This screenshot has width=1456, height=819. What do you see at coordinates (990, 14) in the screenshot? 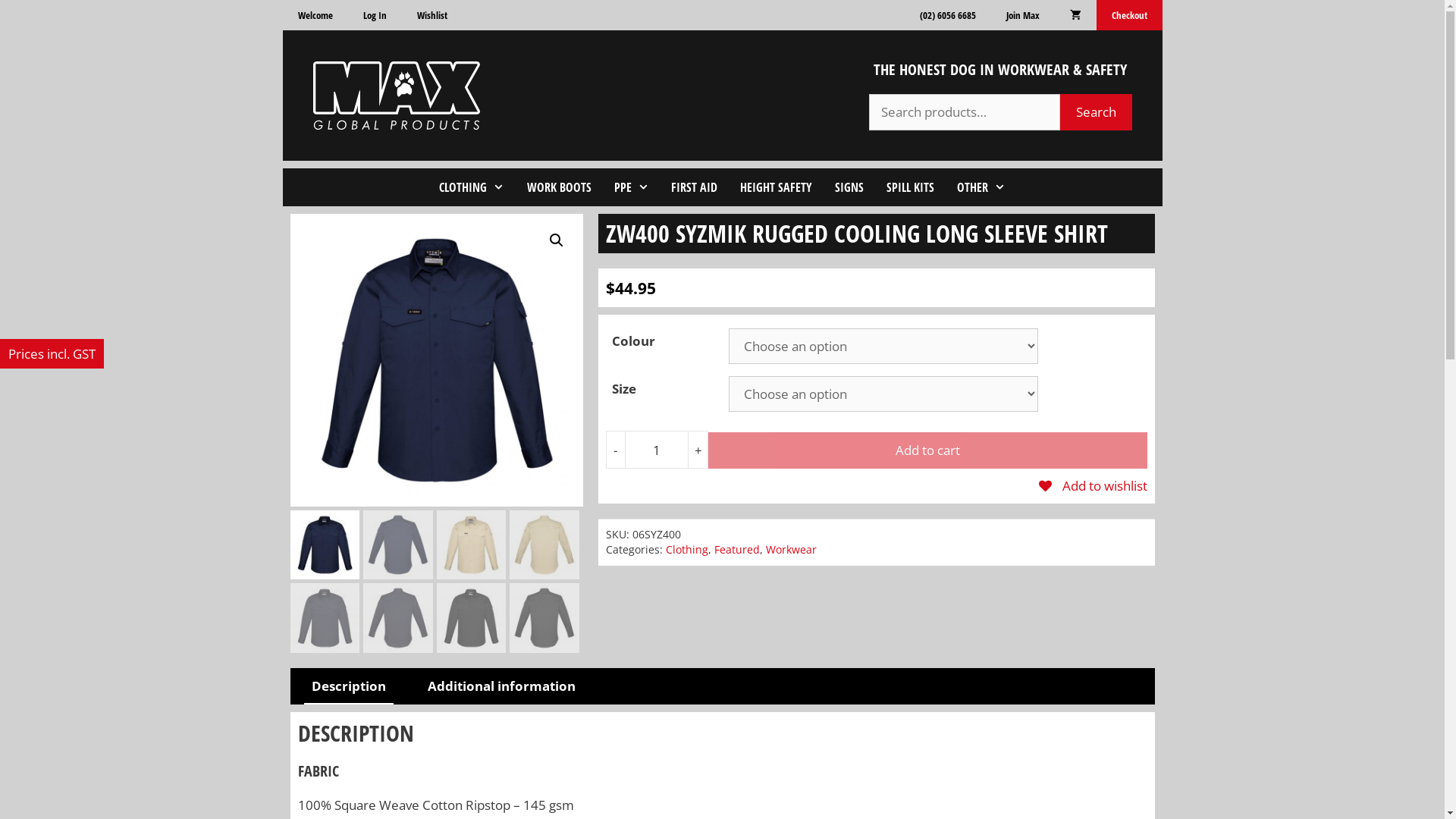
I see `'Join Max'` at bounding box center [990, 14].